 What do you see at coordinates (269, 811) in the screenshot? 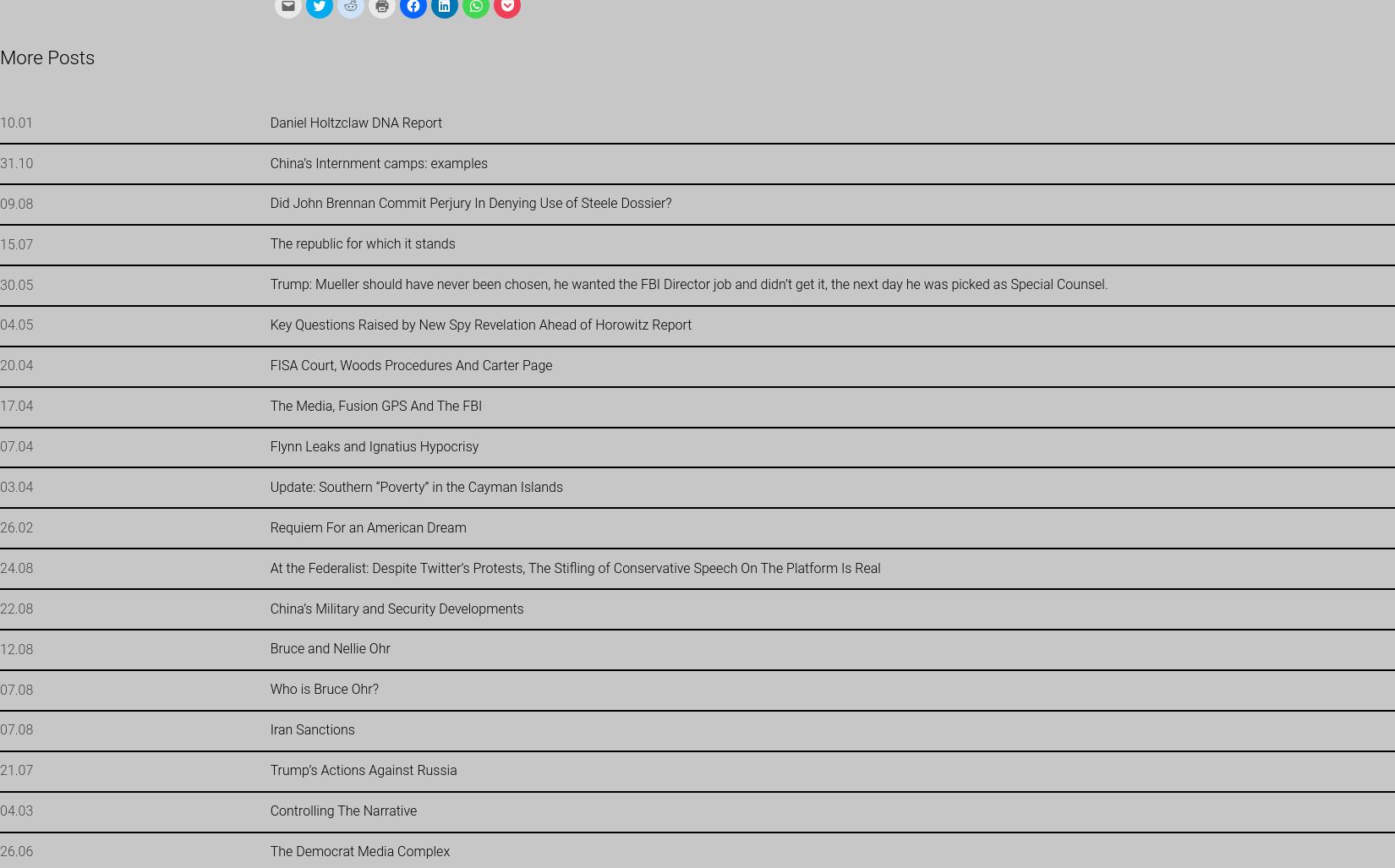
I see `'Controlling The Narrative'` at bounding box center [269, 811].